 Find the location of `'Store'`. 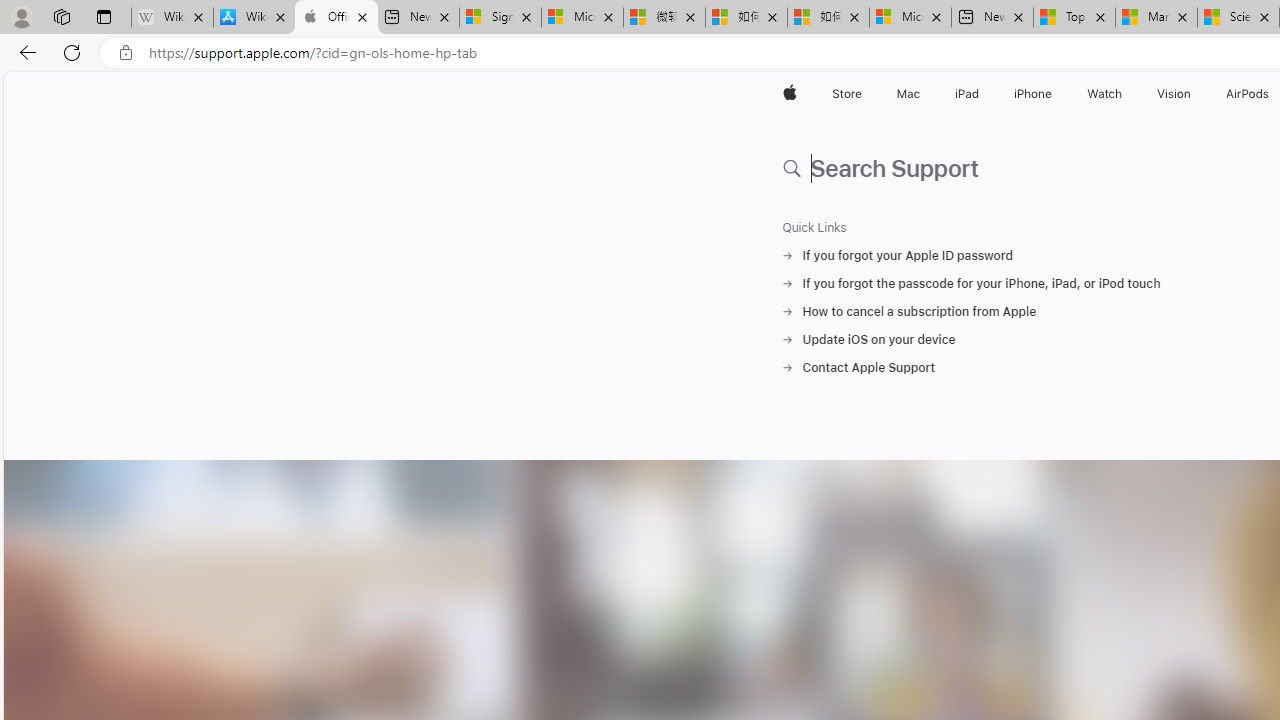

'Store' is located at coordinates (846, 93).